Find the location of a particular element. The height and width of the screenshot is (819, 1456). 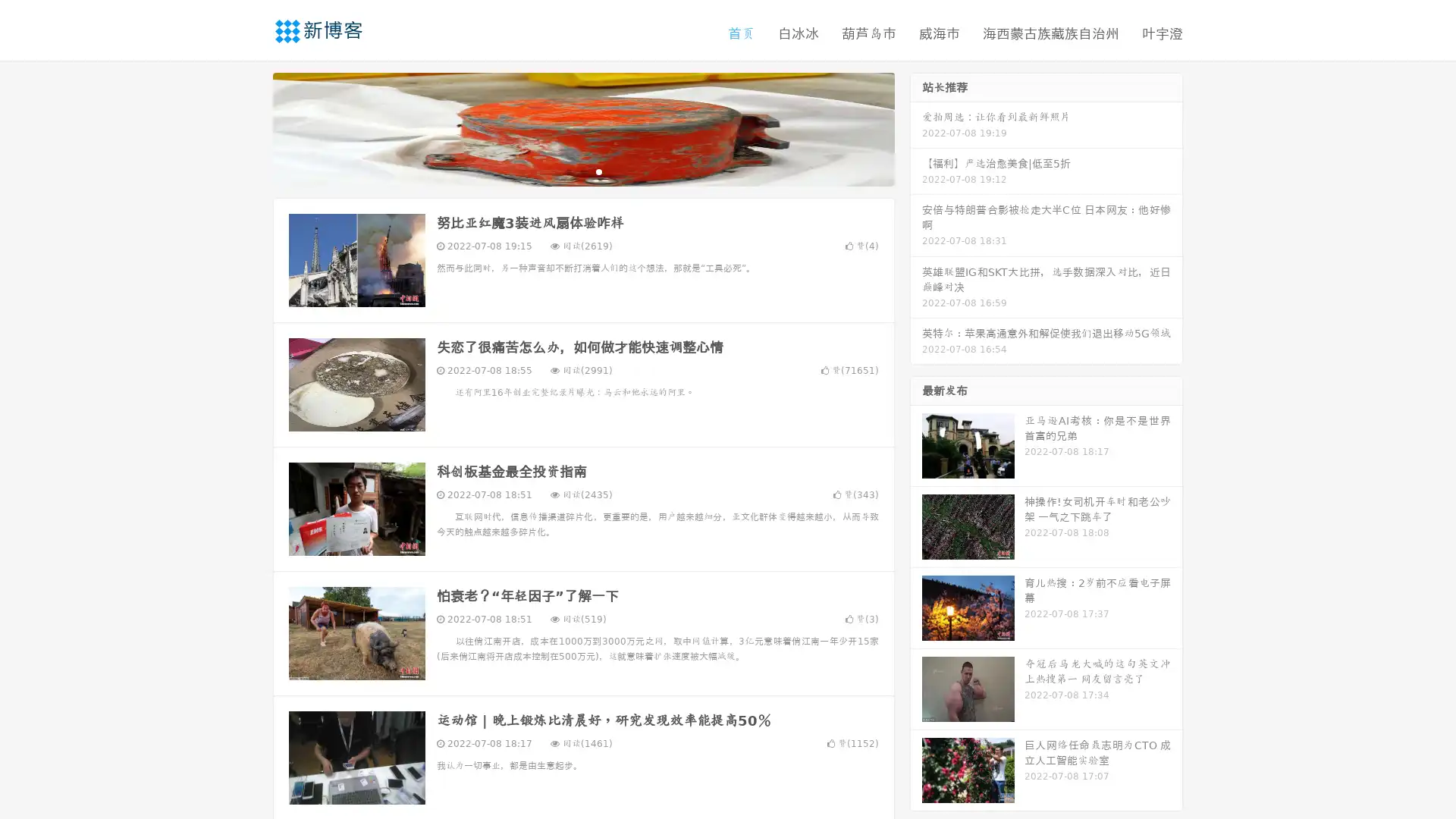

Go to slide 3 is located at coordinates (598, 171).